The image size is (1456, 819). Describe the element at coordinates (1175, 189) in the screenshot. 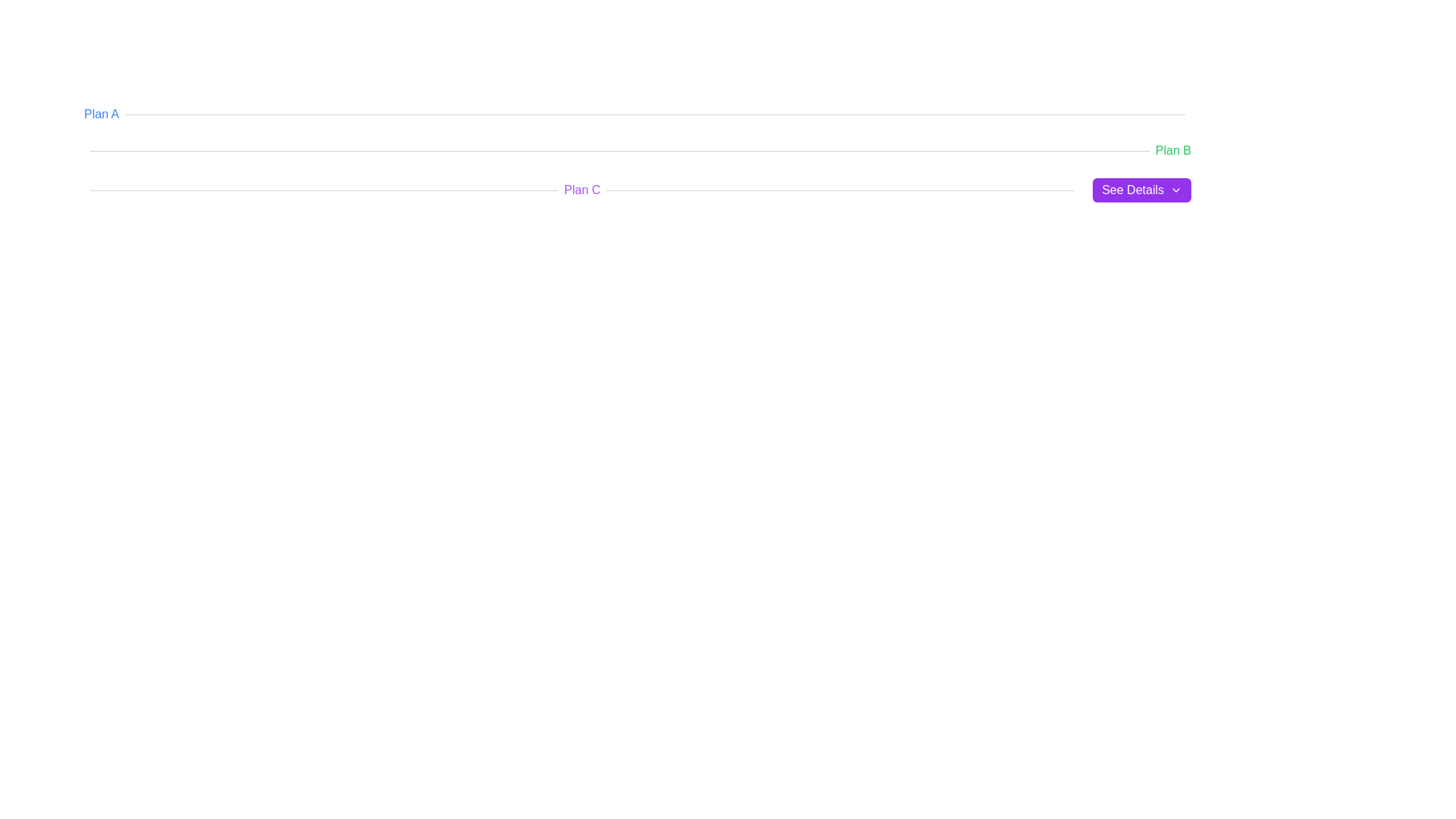

I see `the chevron icon located at the far right inside the purple button labeled 'See Details', which indicates the presence of additional details or a dropdown menu` at that location.